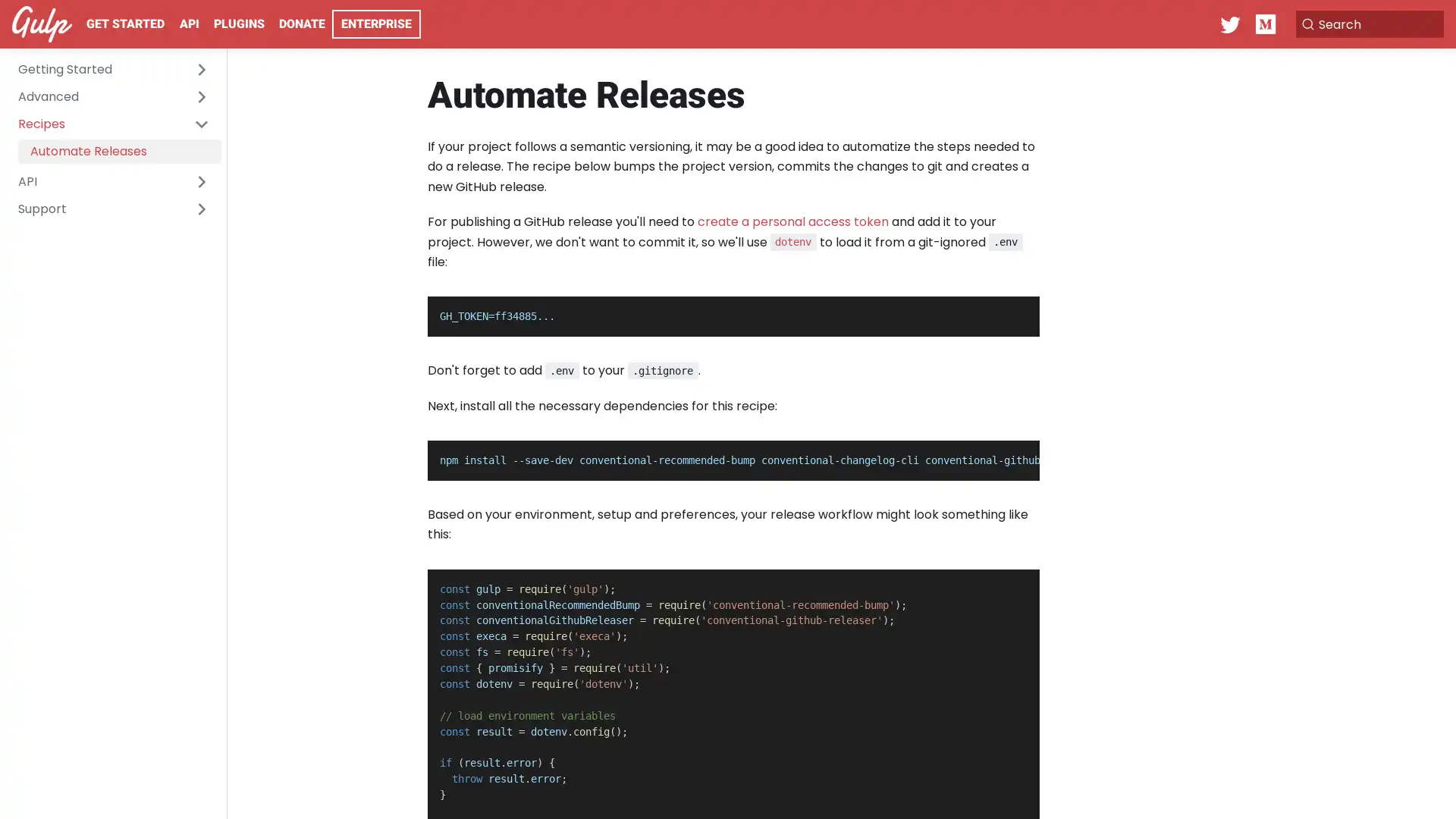 The height and width of the screenshot is (819, 1456). I want to click on Copy code to clipboard, so click(1015, 584).